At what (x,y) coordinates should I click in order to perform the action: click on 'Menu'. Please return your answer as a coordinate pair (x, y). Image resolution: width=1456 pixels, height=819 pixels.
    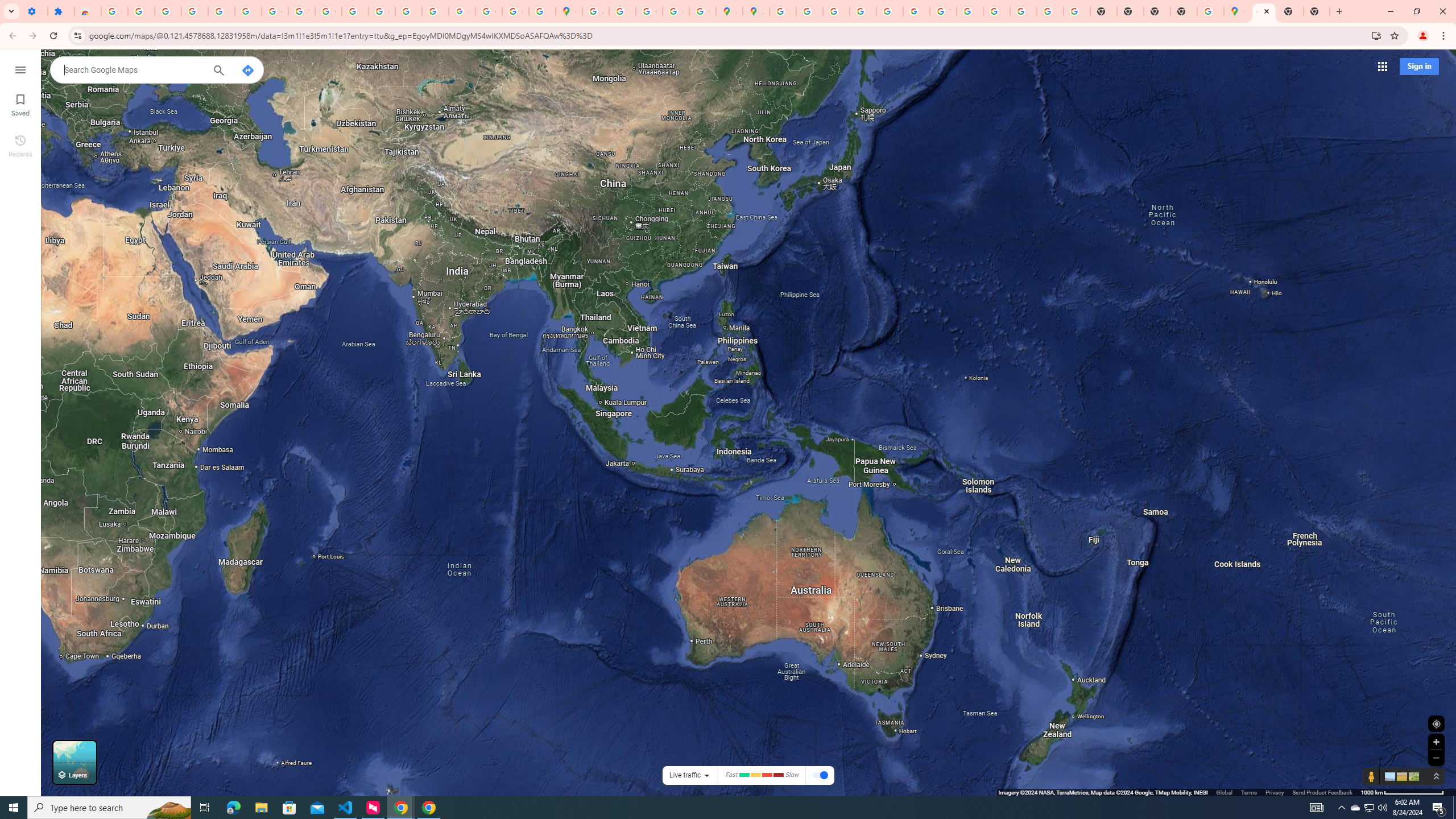
    Looking at the image, I should click on (19, 68).